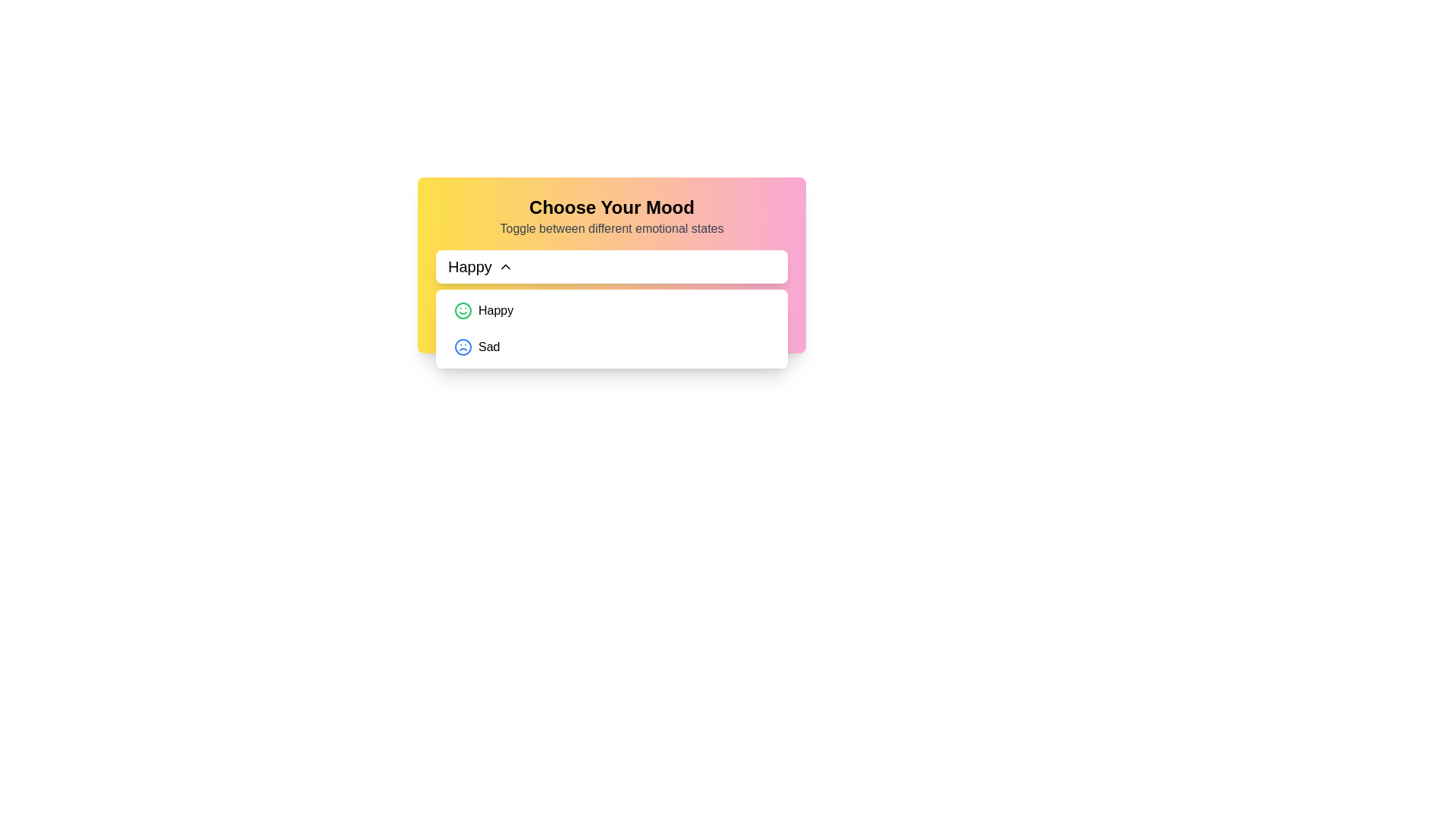 The width and height of the screenshot is (1456, 819). Describe the element at coordinates (444, 304) in the screenshot. I see `circular shape representing the smiley face icon located in the dropdown menu adjacent to the text label 'Happy'` at that location.